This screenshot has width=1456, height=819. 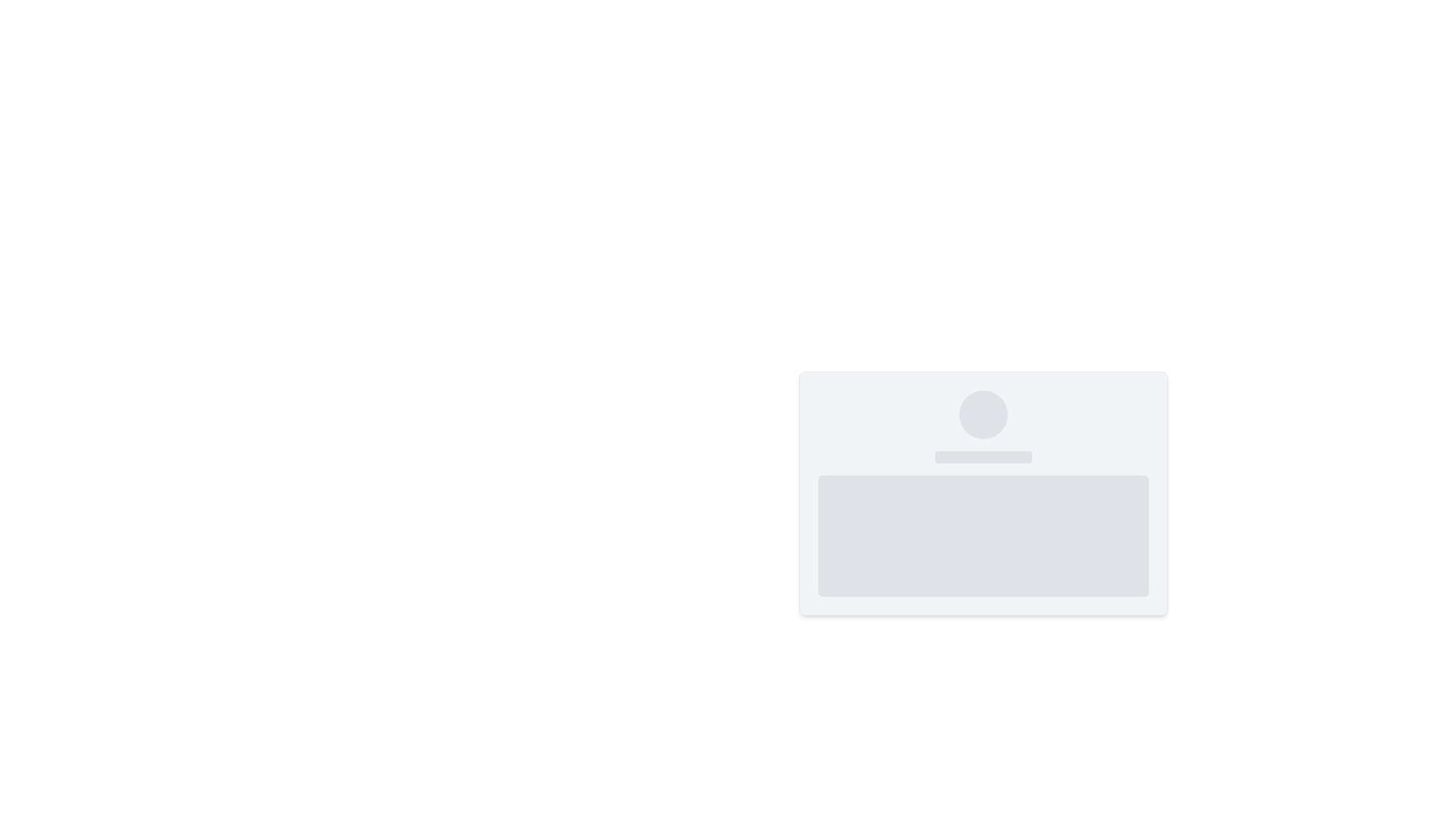 I want to click on the slim horizontal rectangle placeholder with rounded corners, styled in muted gray, located in the middle of three vertically arranged components, so click(x=983, y=456).